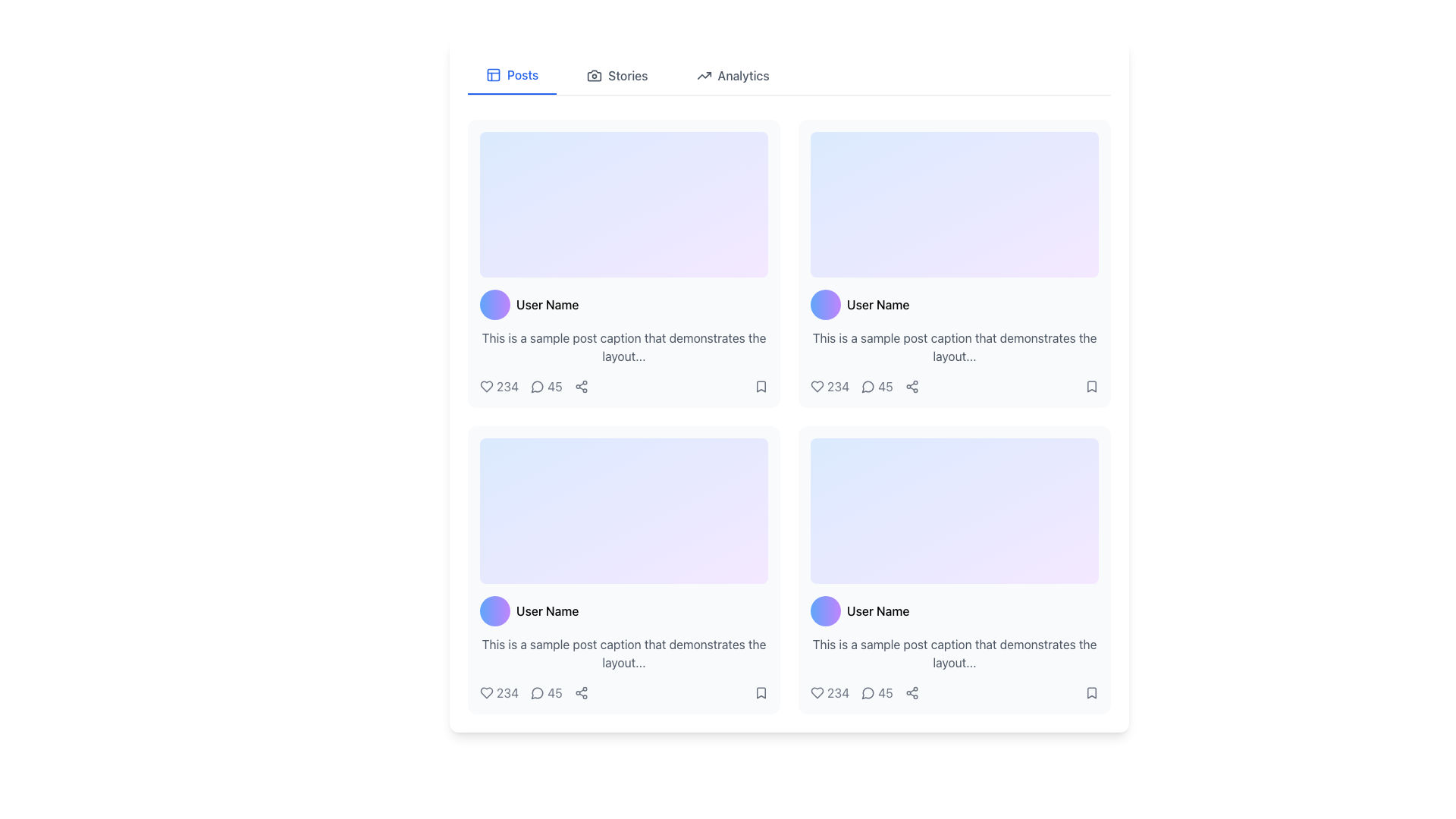 This screenshot has height=819, width=1456. What do you see at coordinates (817, 693) in the screenshot?
I see `the heart outline icon in the bottom left of the second post to like the post` at bounding box center [817, 693].